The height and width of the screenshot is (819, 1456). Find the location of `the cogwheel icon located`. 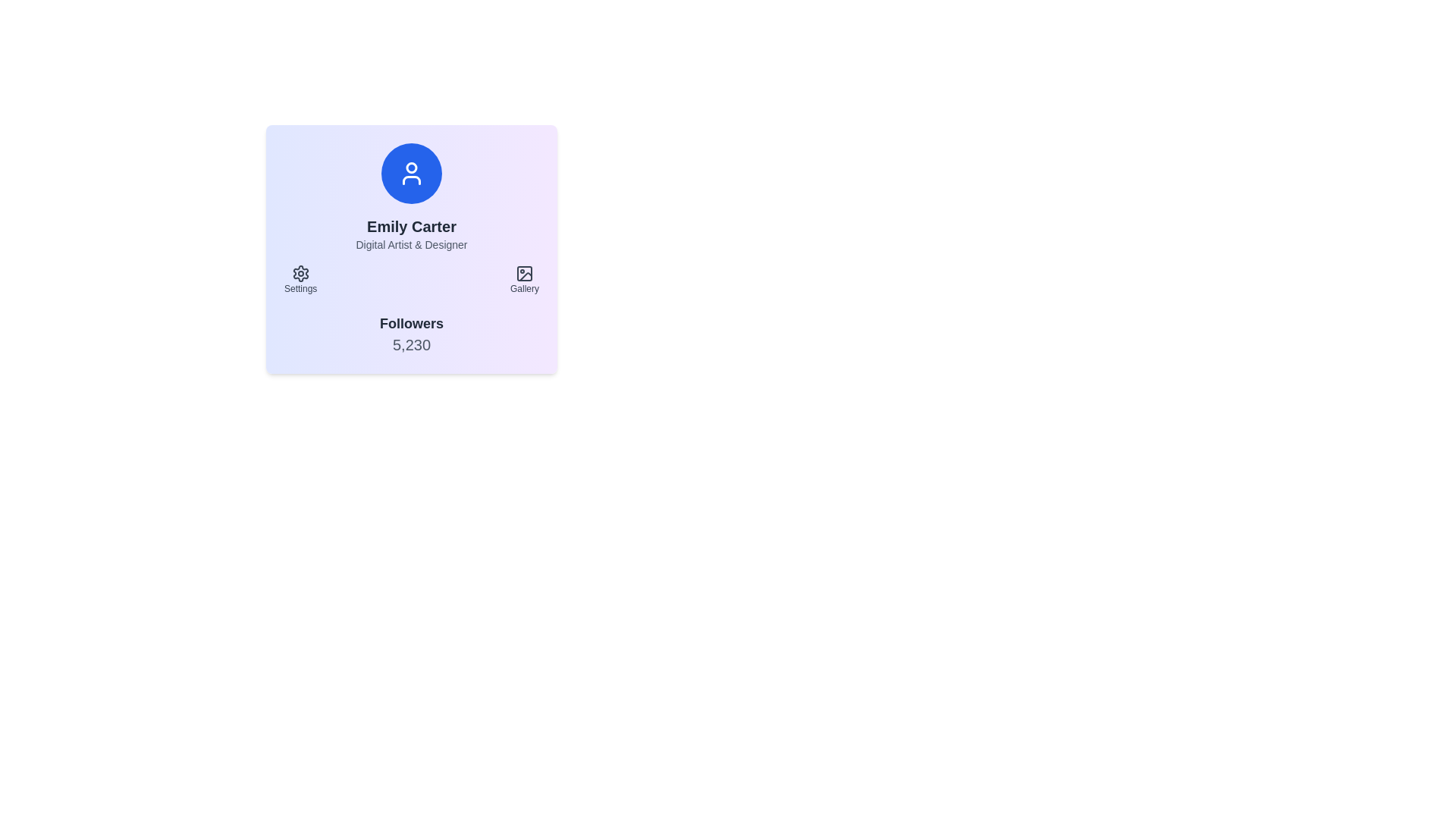

the cogwheel icon located is located at coordinates (300, 274).